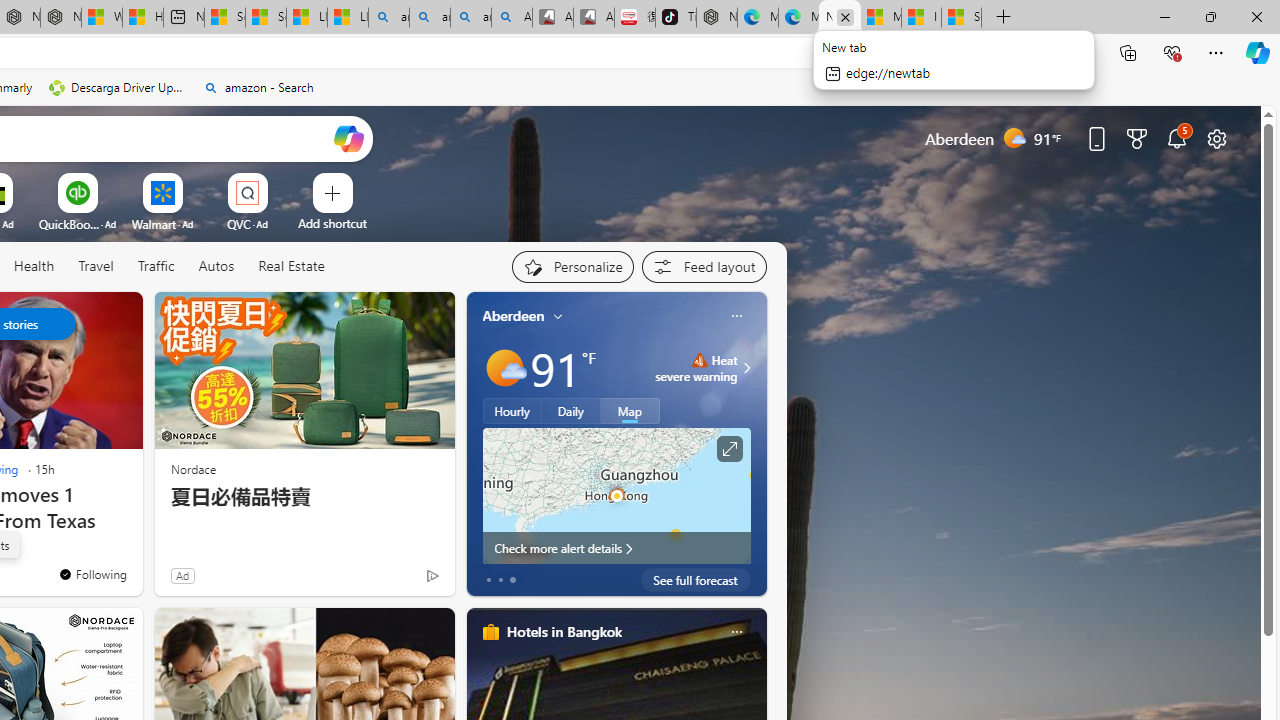 The height and width of the screenshot is (720, 1280). I want to click on 'Health', so click(34, 265).